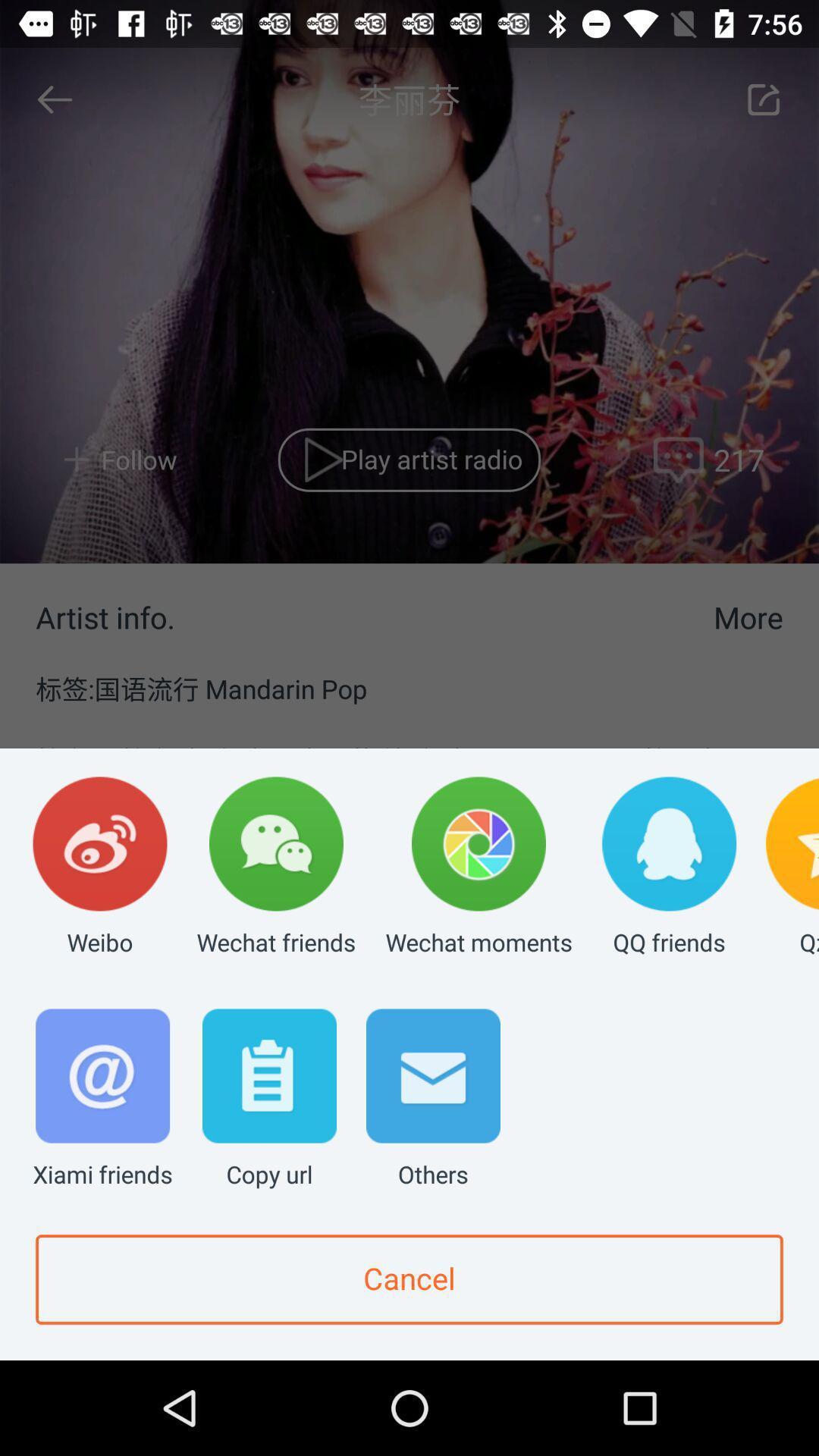 This screenshot has height=1456, width=819. What do you see at coordinates (99, 868) in the screenshot?
I see `the icon on the left` at bounding box center [99, 868].